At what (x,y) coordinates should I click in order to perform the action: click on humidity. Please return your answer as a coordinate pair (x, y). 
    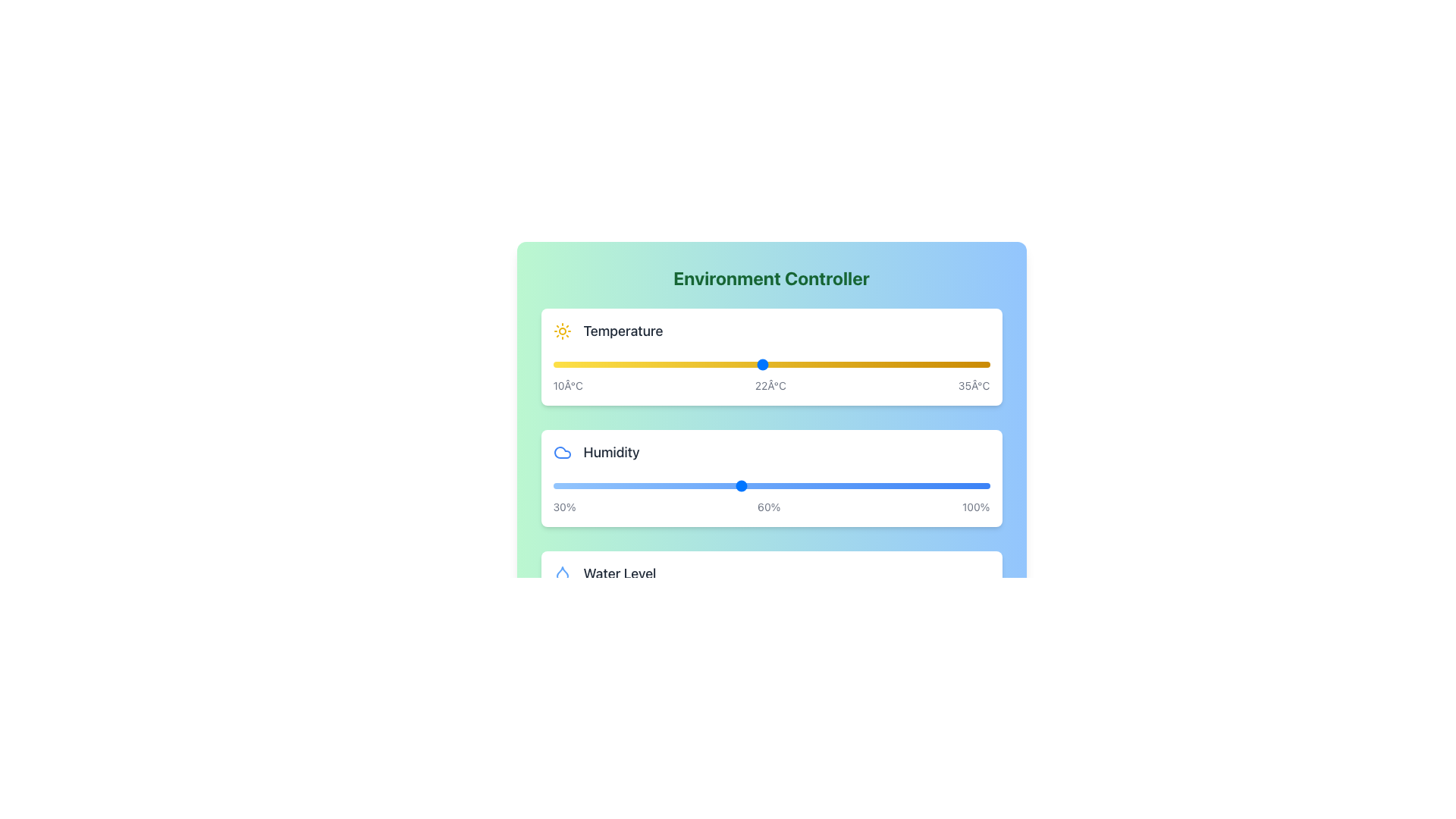
    Looking at the image, I should click on (640, 485).